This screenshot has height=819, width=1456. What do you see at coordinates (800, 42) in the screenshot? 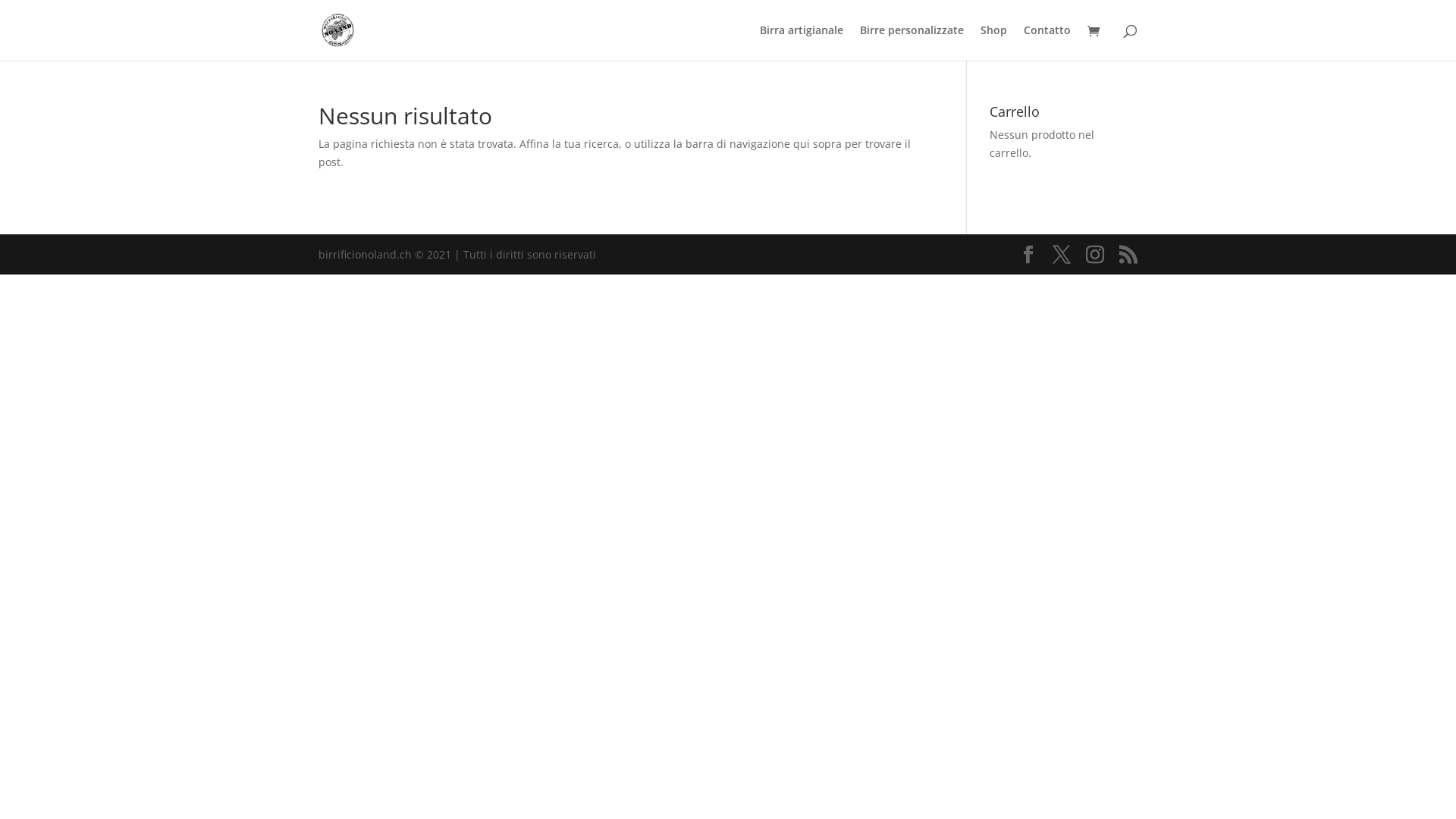
I see `'Birra artigianale'` at bounding box center [800, 42].